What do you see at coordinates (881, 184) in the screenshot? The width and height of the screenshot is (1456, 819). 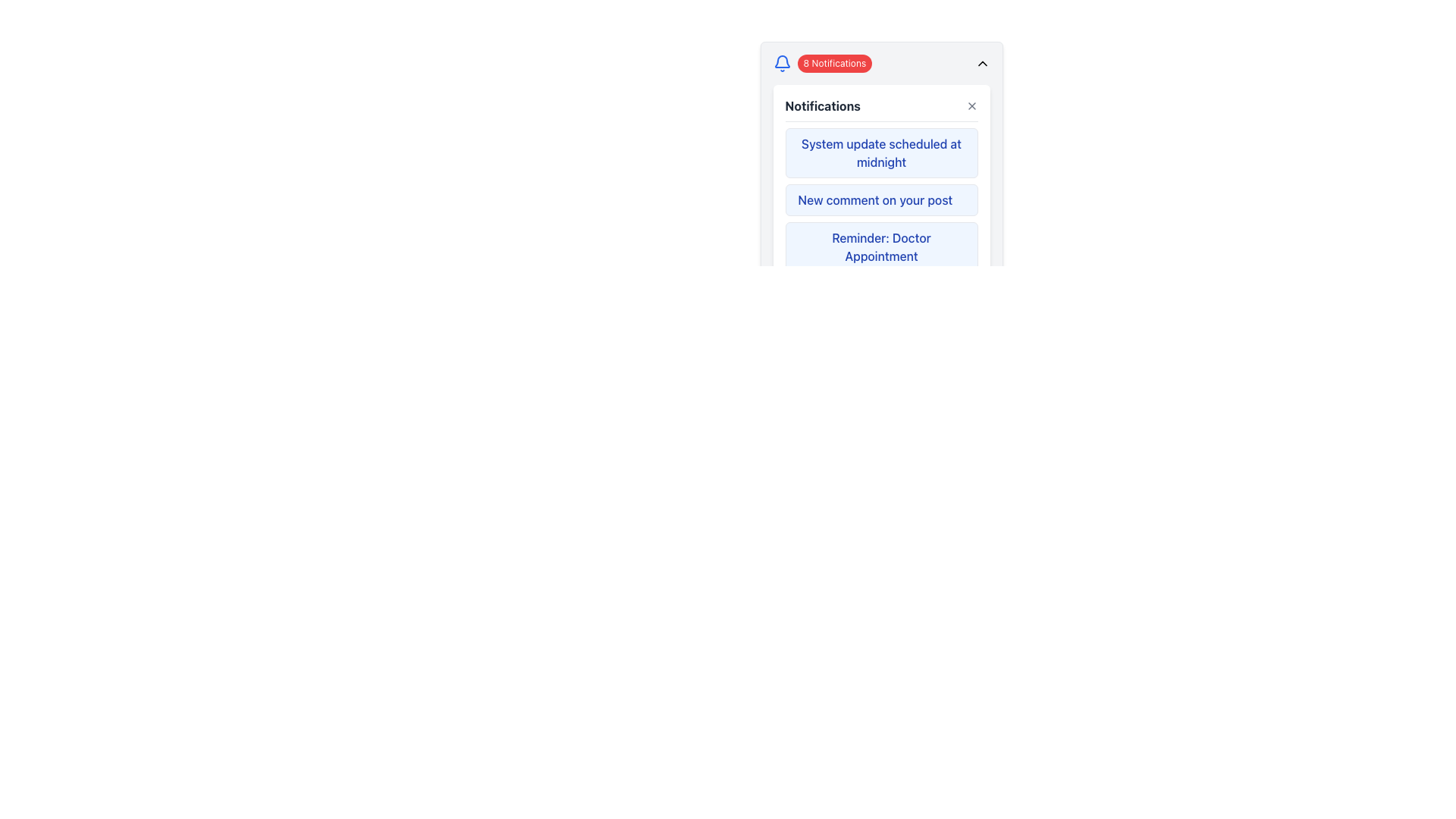 I see `the notifications panel, which displays recent or important notices, located centrally beneath a red-labeled notifications badge with a bell icon` at bounding box center [881, 184].